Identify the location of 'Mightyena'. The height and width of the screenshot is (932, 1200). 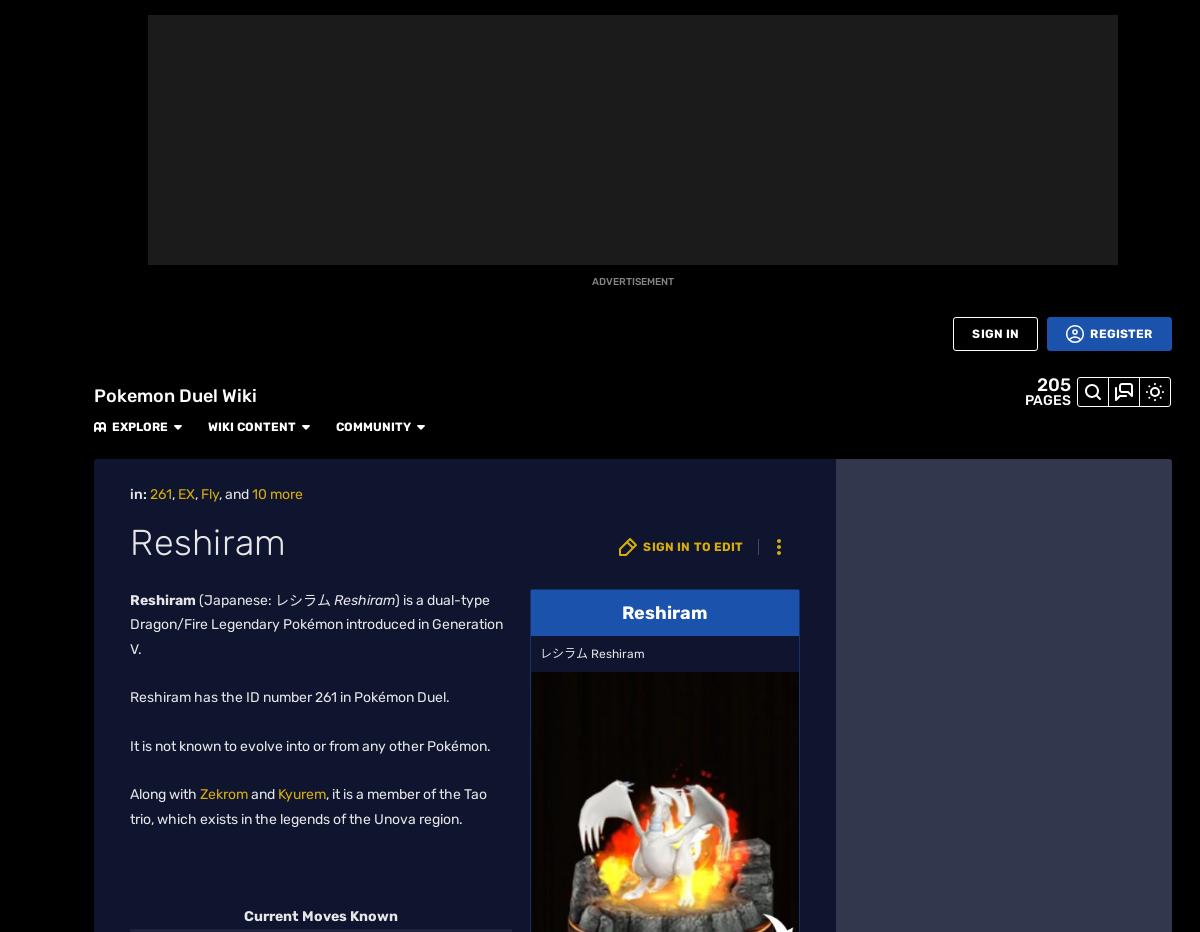
(954, 256).